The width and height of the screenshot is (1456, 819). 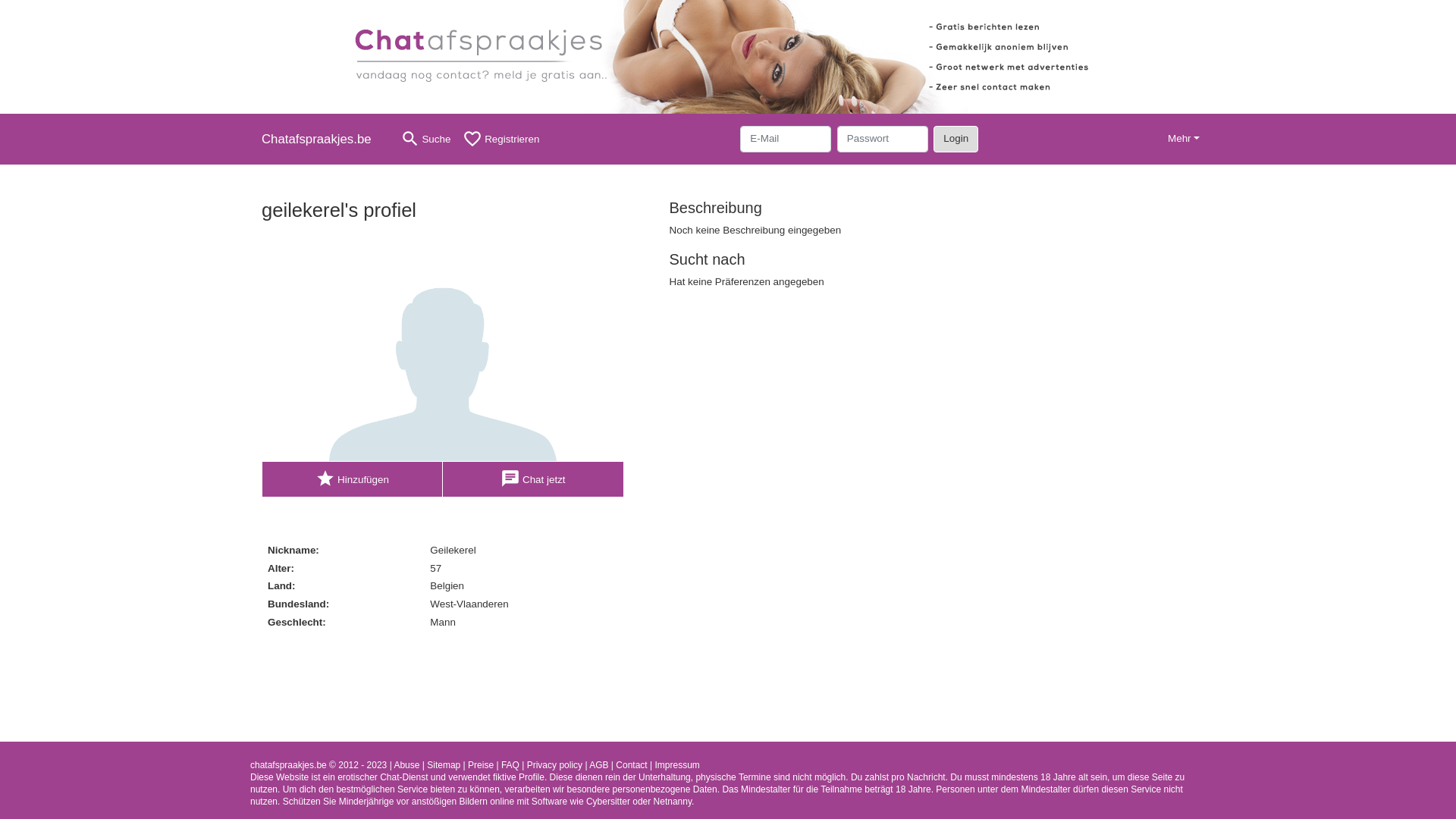 I want to click on 'FAQ', so click(x=510, y=765).